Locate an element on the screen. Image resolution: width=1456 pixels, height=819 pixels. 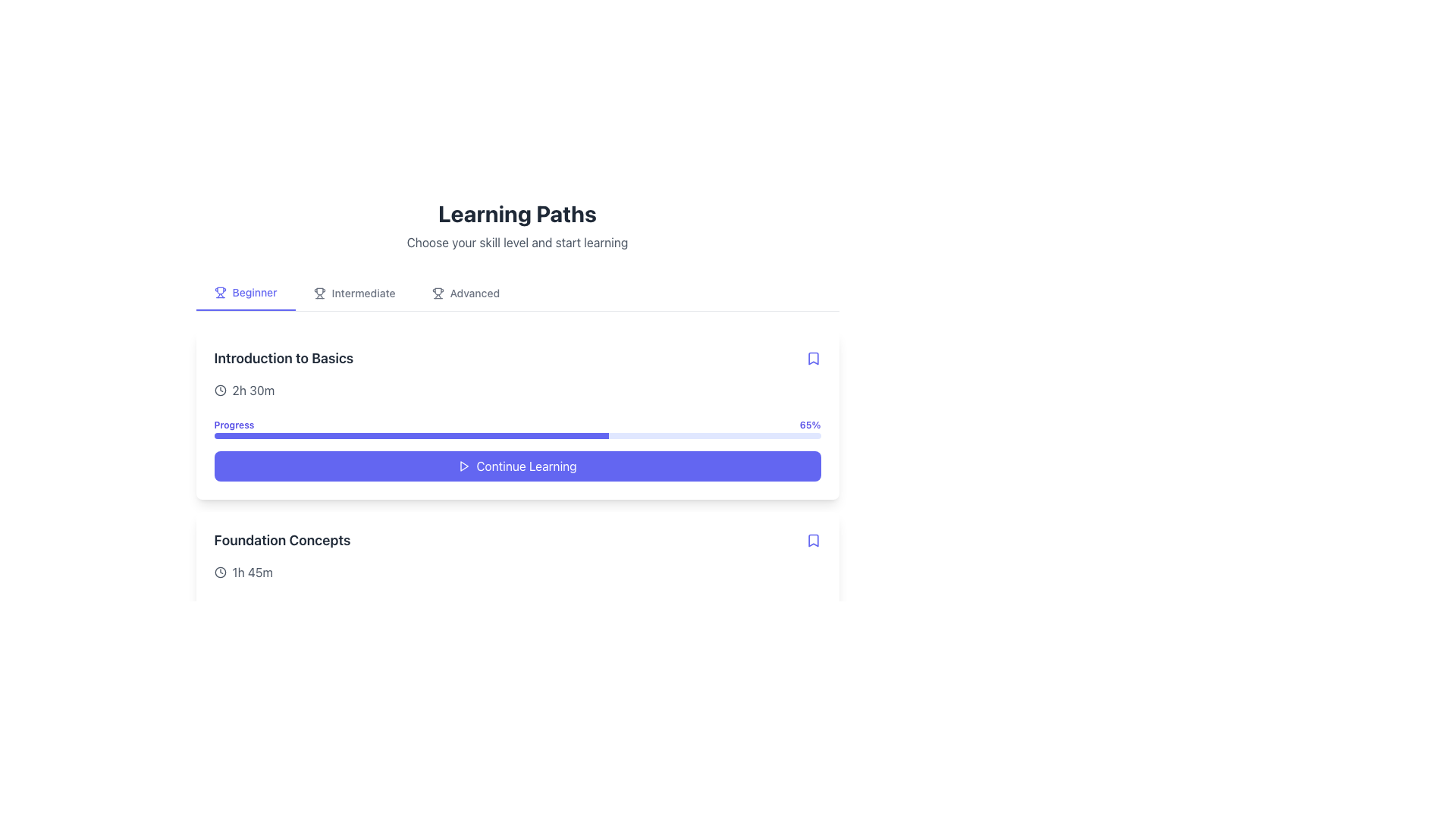
the 'Beginner' button, which is styled with a bold font and light indigo color is located at coordinates (246, 293).